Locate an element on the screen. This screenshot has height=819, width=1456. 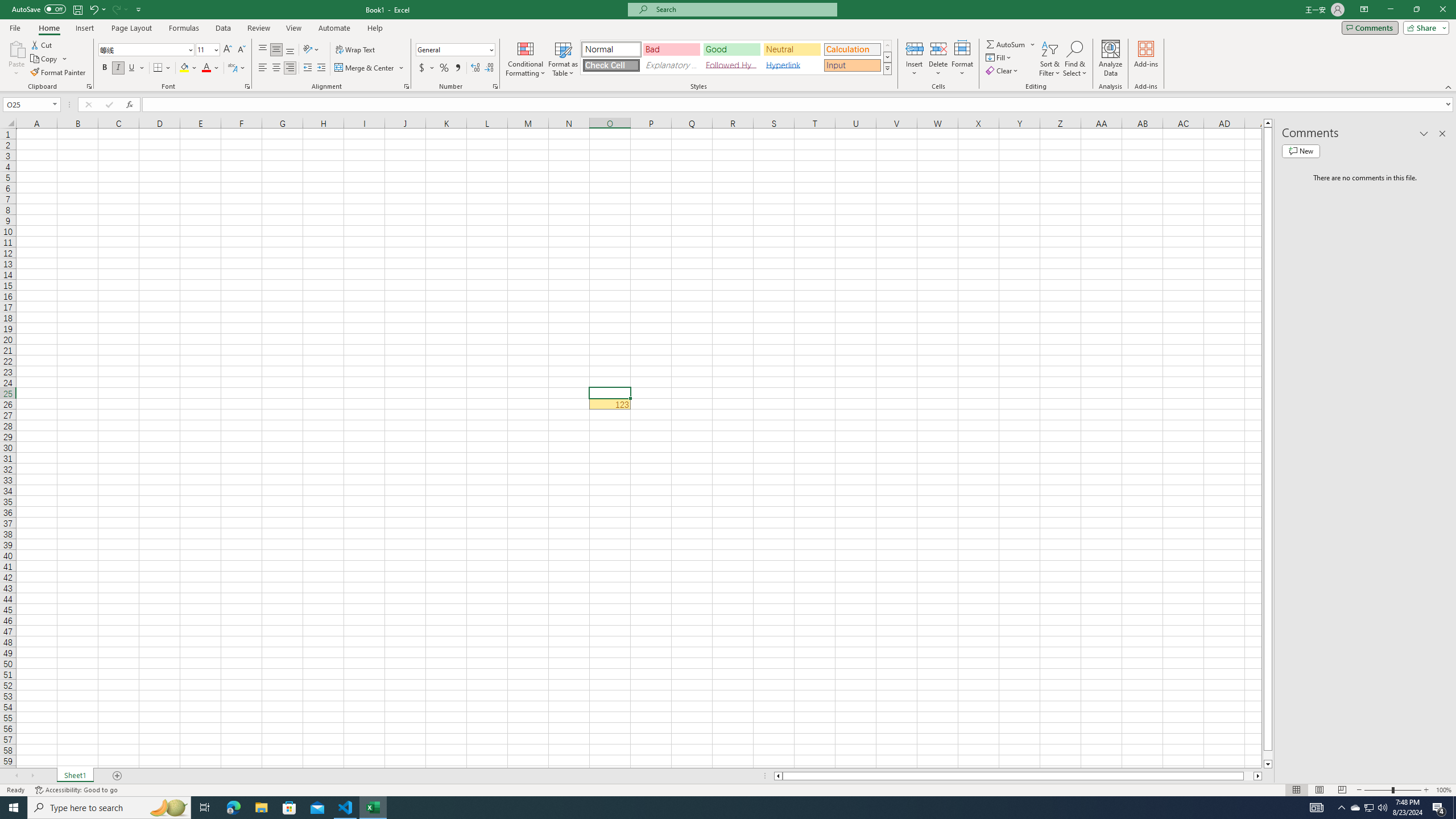
'AutoSum' is located at coordinates (1011, 44).